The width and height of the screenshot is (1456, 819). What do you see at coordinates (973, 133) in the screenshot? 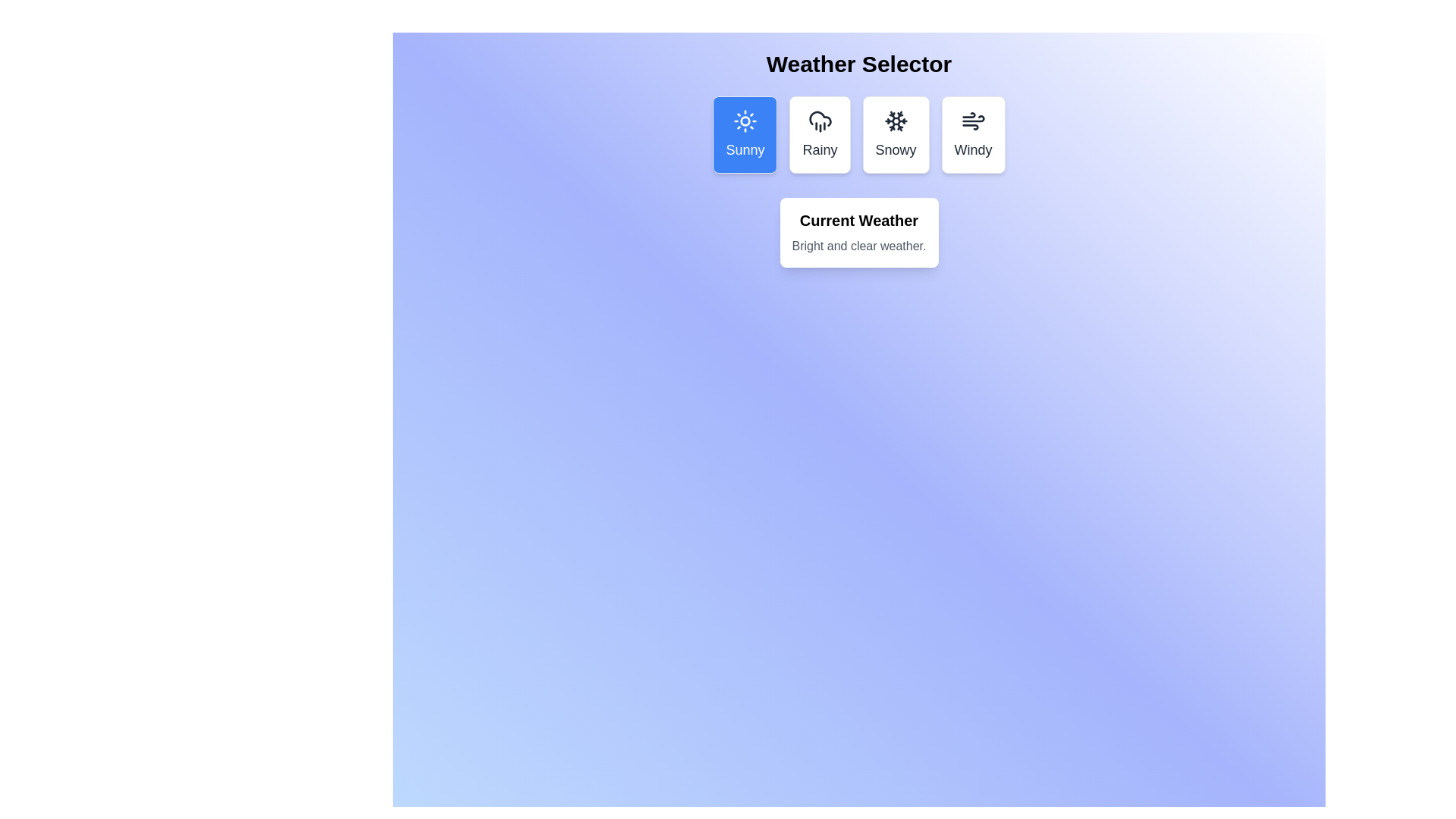
I see `the weather option Windy to observe its hover effect` at bounding box center [973, 133].